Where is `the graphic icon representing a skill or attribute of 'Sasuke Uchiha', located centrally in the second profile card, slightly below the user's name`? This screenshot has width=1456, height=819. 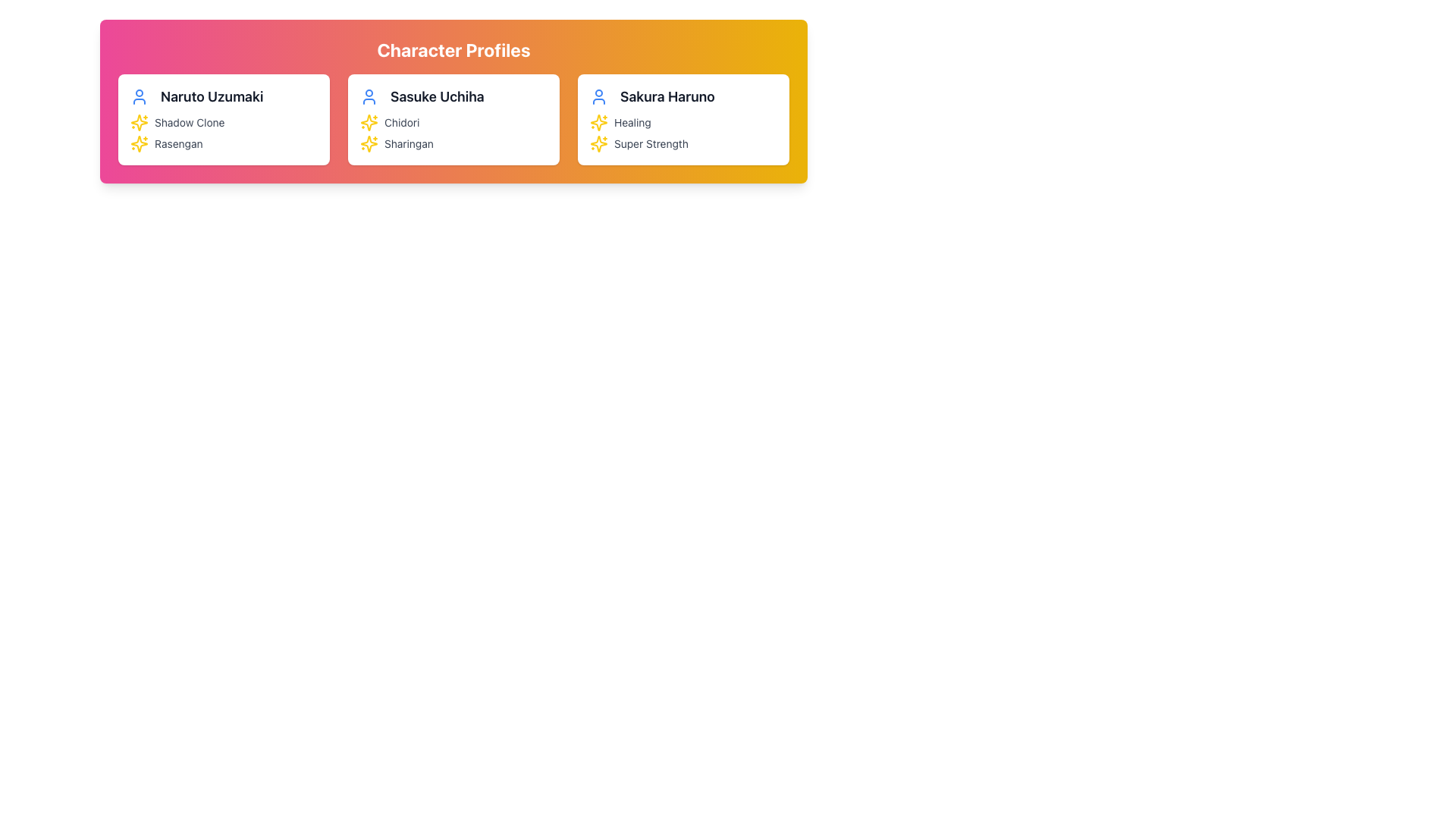 the graphic icon representing a skill or attribute of 'Sasuke Uchiha', located centrally in the second profile card, slightly below the user's name is located at coordinates (369, 122).